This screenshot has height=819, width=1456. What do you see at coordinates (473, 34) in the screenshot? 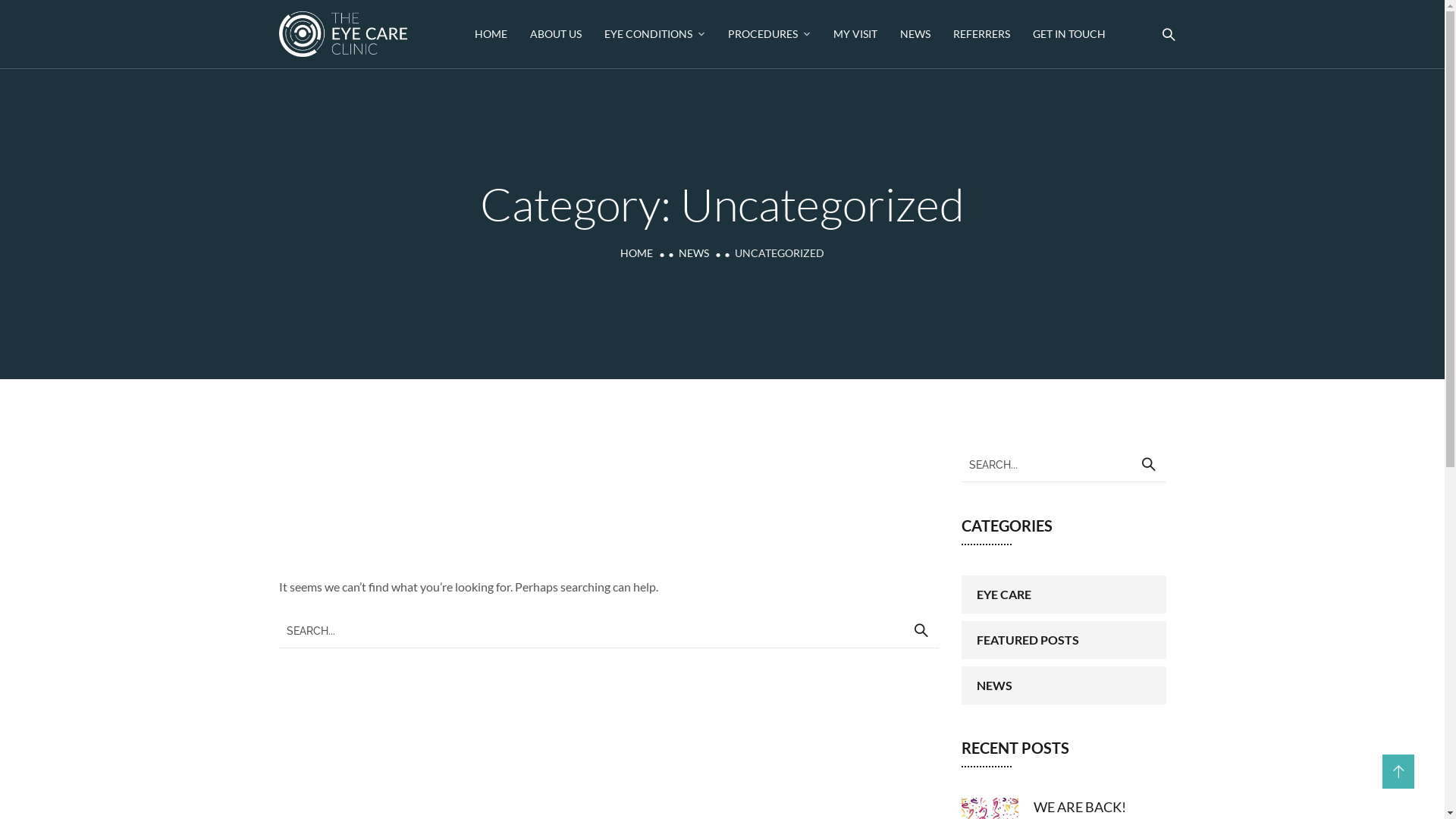
I see `'HOME'` at bounding box center [473, 34].